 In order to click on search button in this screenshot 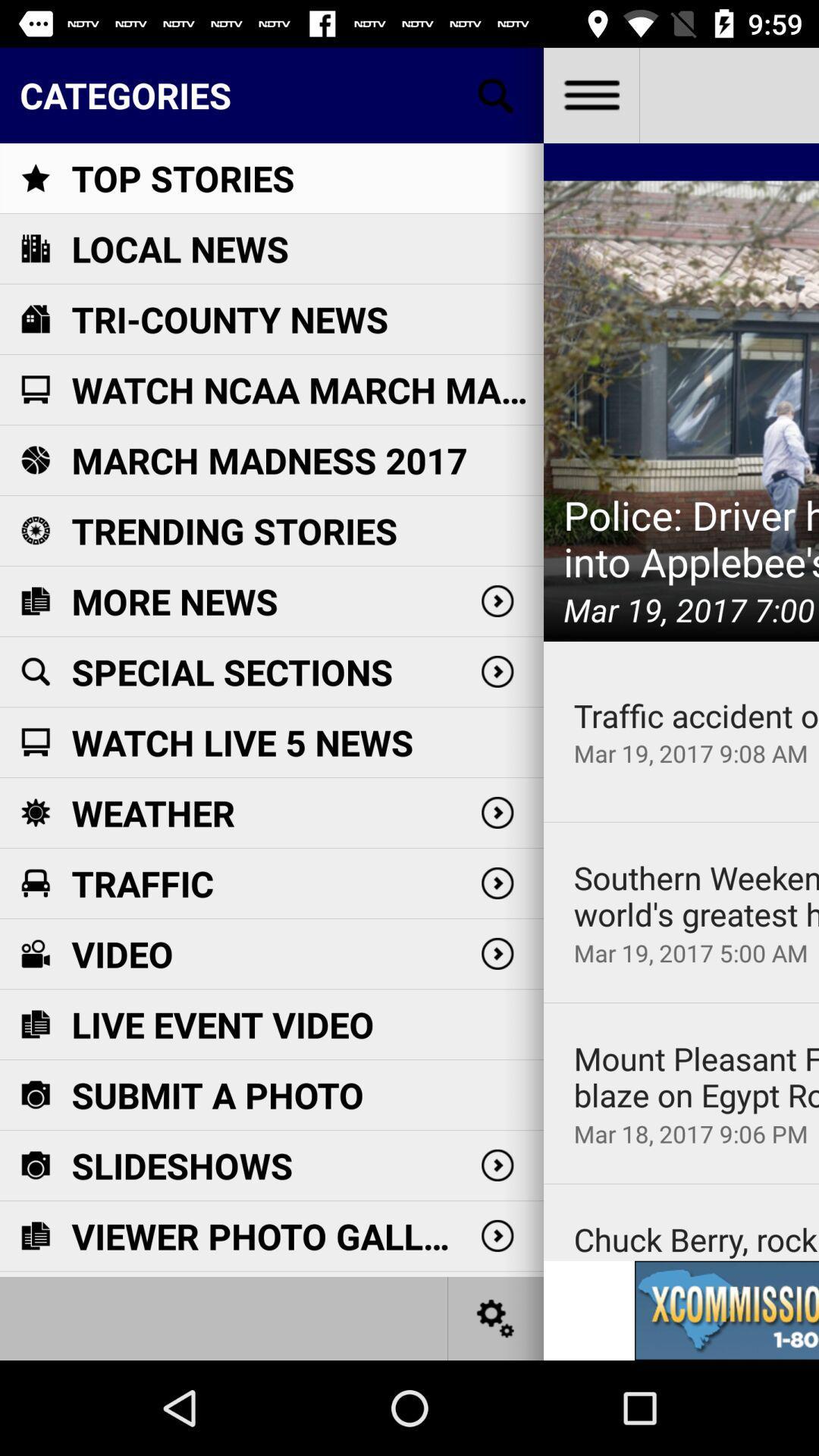, I will do `click(496, 94)`.